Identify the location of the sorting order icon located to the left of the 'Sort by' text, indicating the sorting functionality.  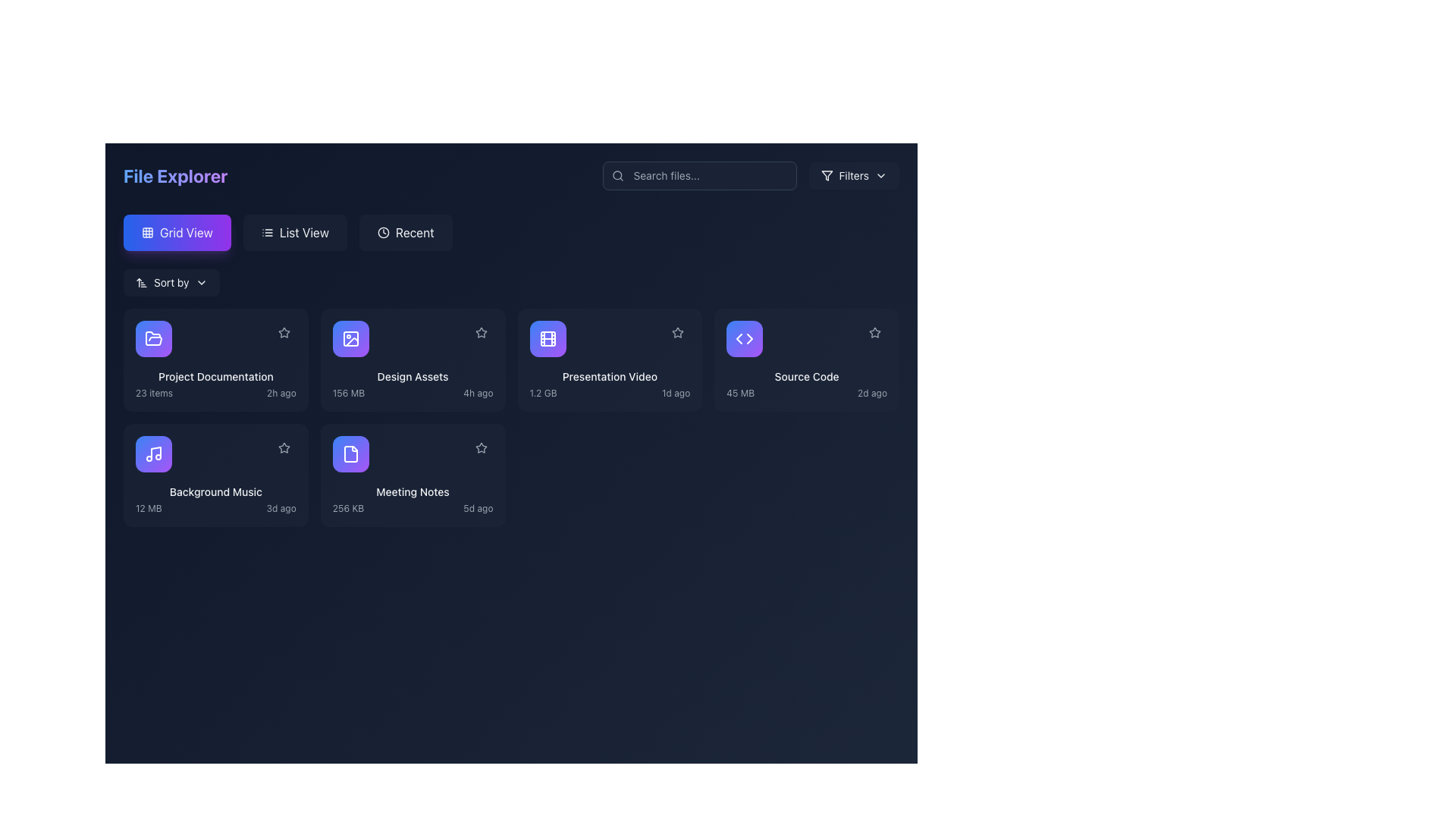
(142, 283).